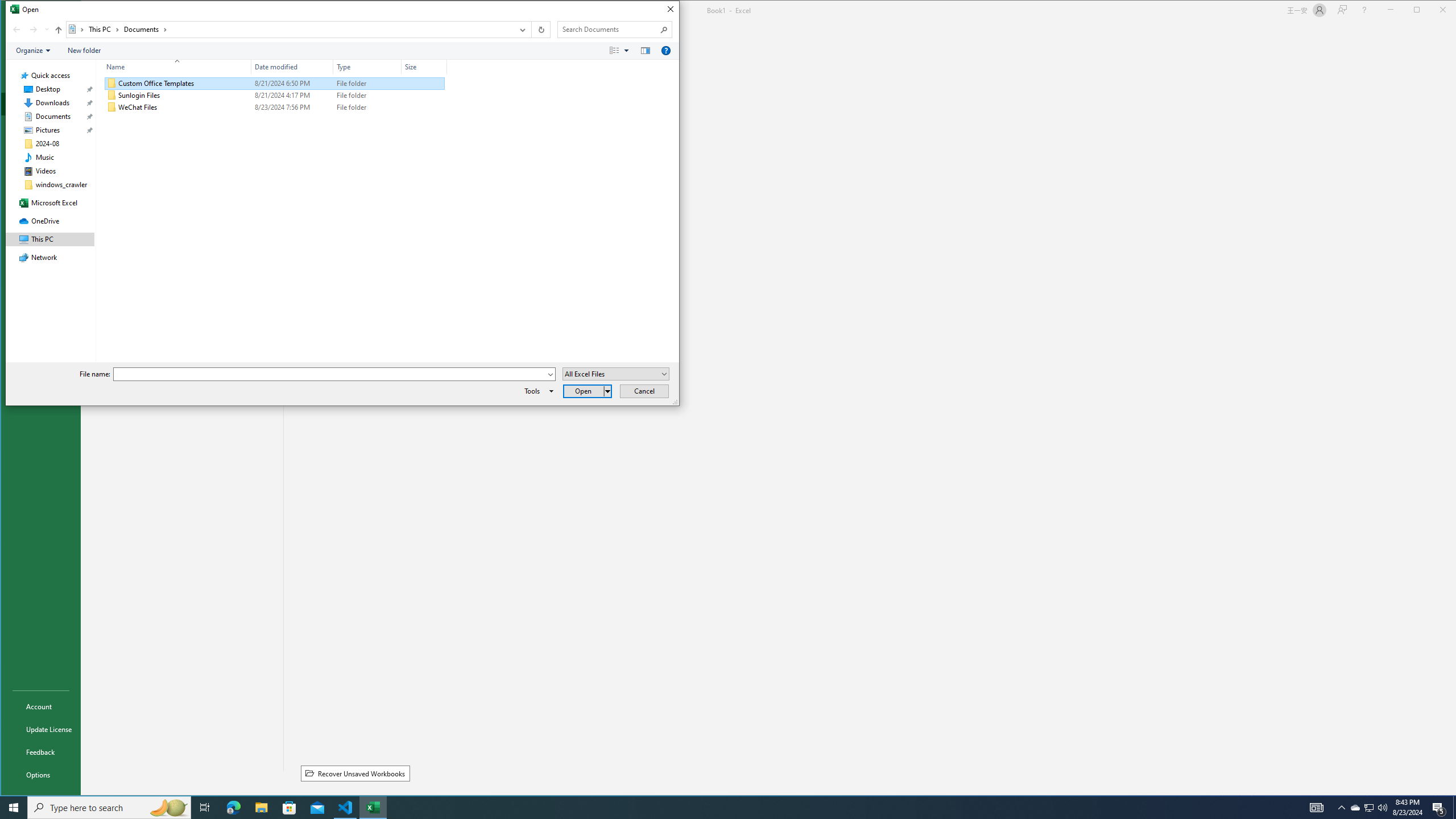  I want to click on 'Search Box', so click(609, 28).